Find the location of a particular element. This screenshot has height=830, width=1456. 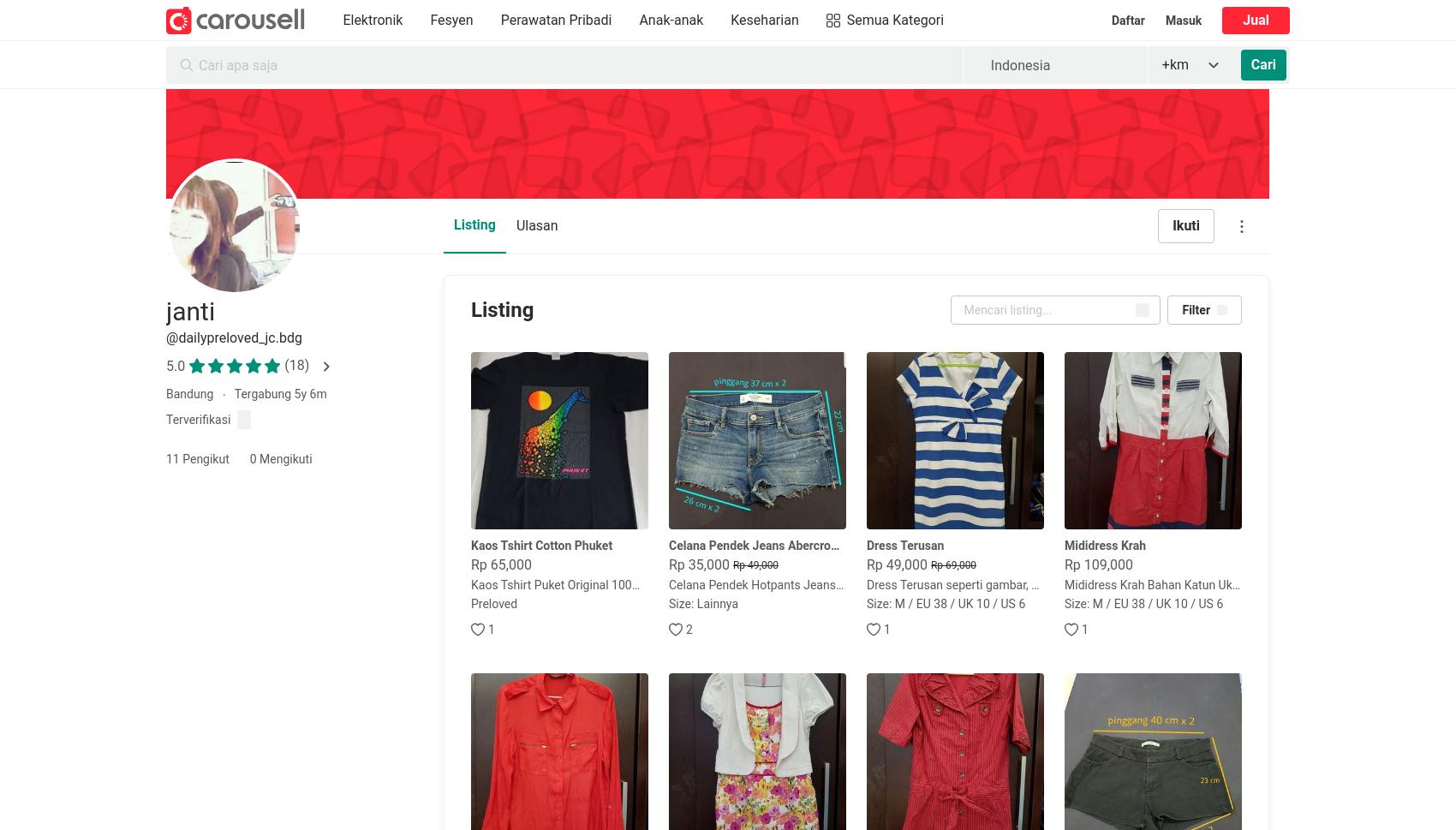

'Keseharian' is located at coordinates (764, 20).